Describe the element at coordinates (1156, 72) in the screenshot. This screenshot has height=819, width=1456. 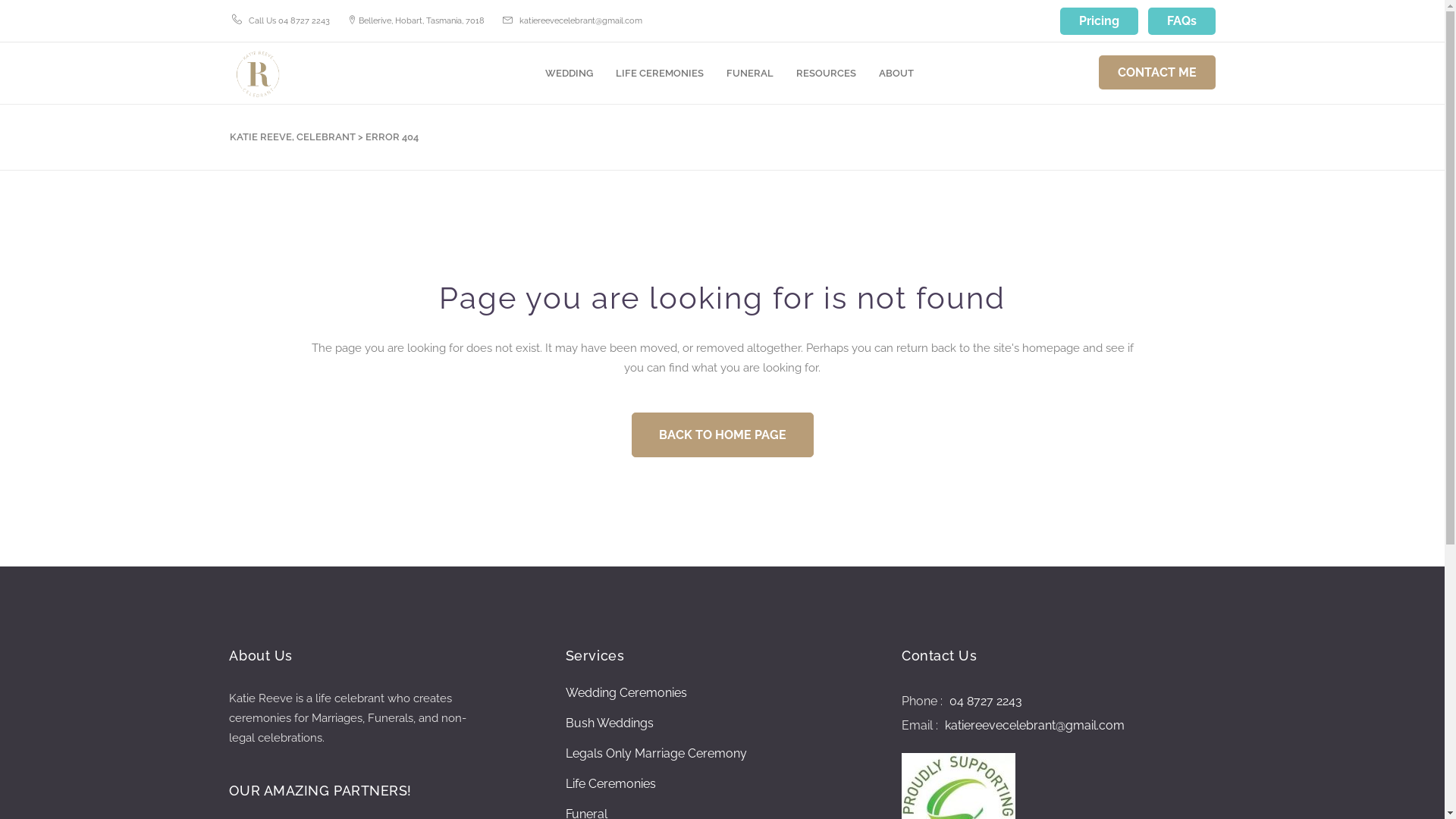
I see `'CONTACT ME'` at that location.